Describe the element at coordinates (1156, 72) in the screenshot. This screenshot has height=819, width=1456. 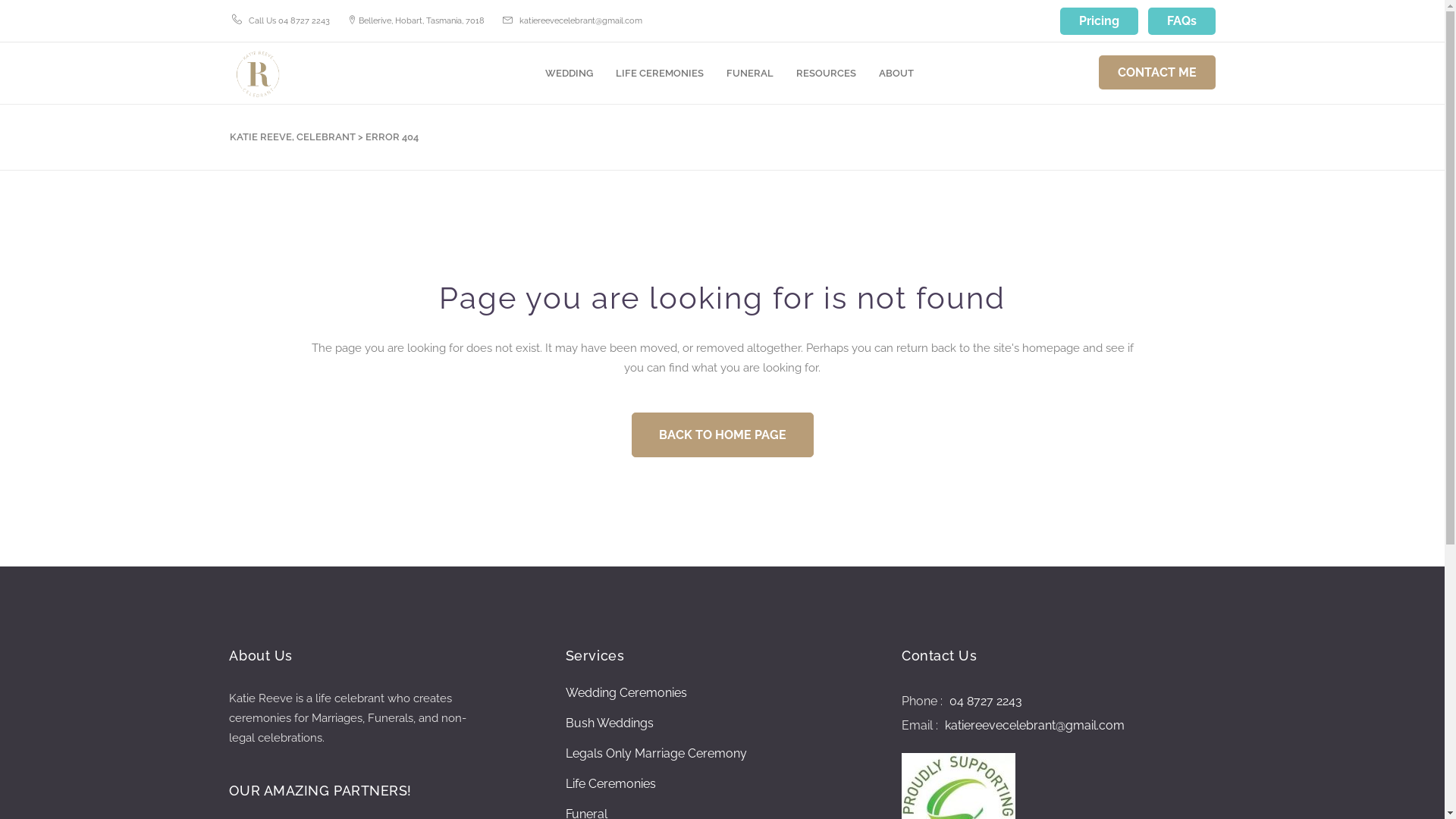
I see `'CONTACT ME'` at that location.